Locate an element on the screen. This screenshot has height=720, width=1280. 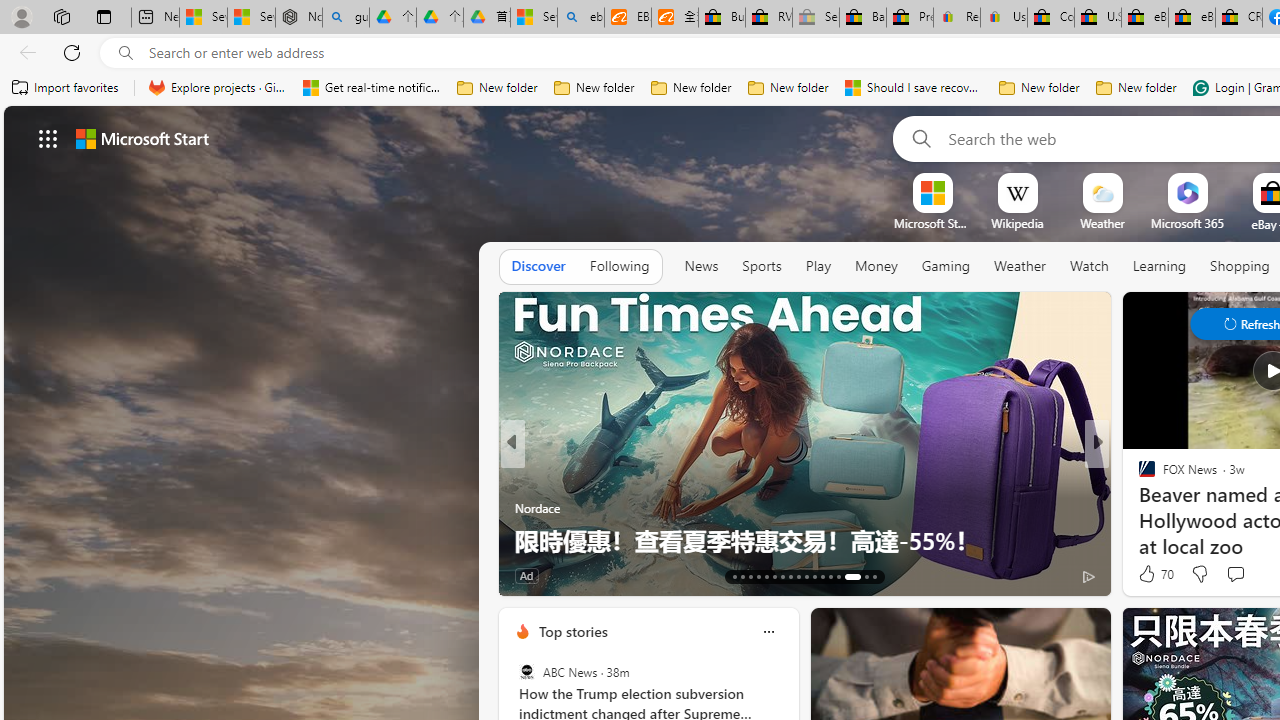
'Shopping' is located at coordinates (1239, 265).